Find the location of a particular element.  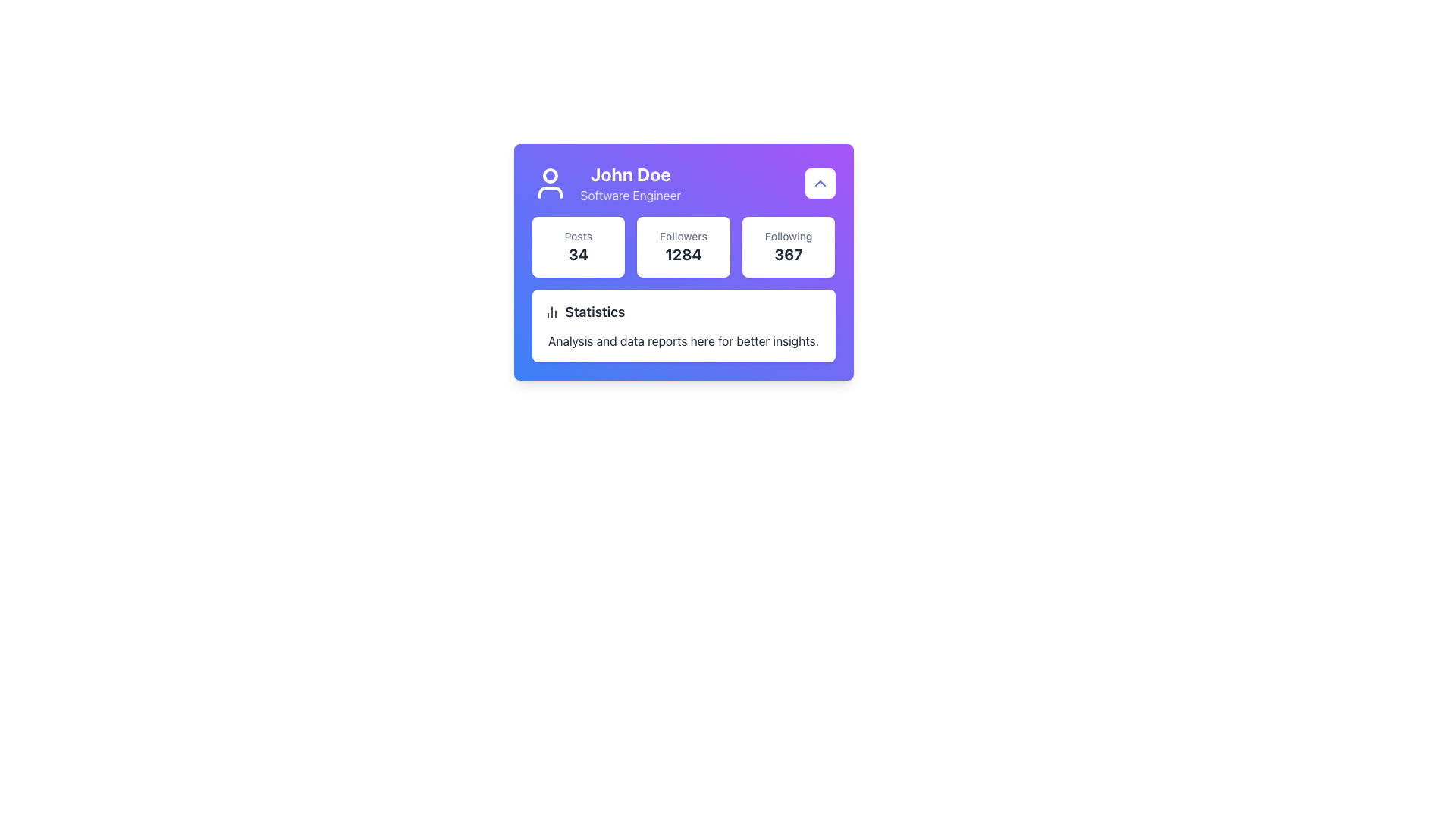

the Statistical Display Card that displays 'Followers' with the number '1284' in bold black font is located at coordinates (682, 246).